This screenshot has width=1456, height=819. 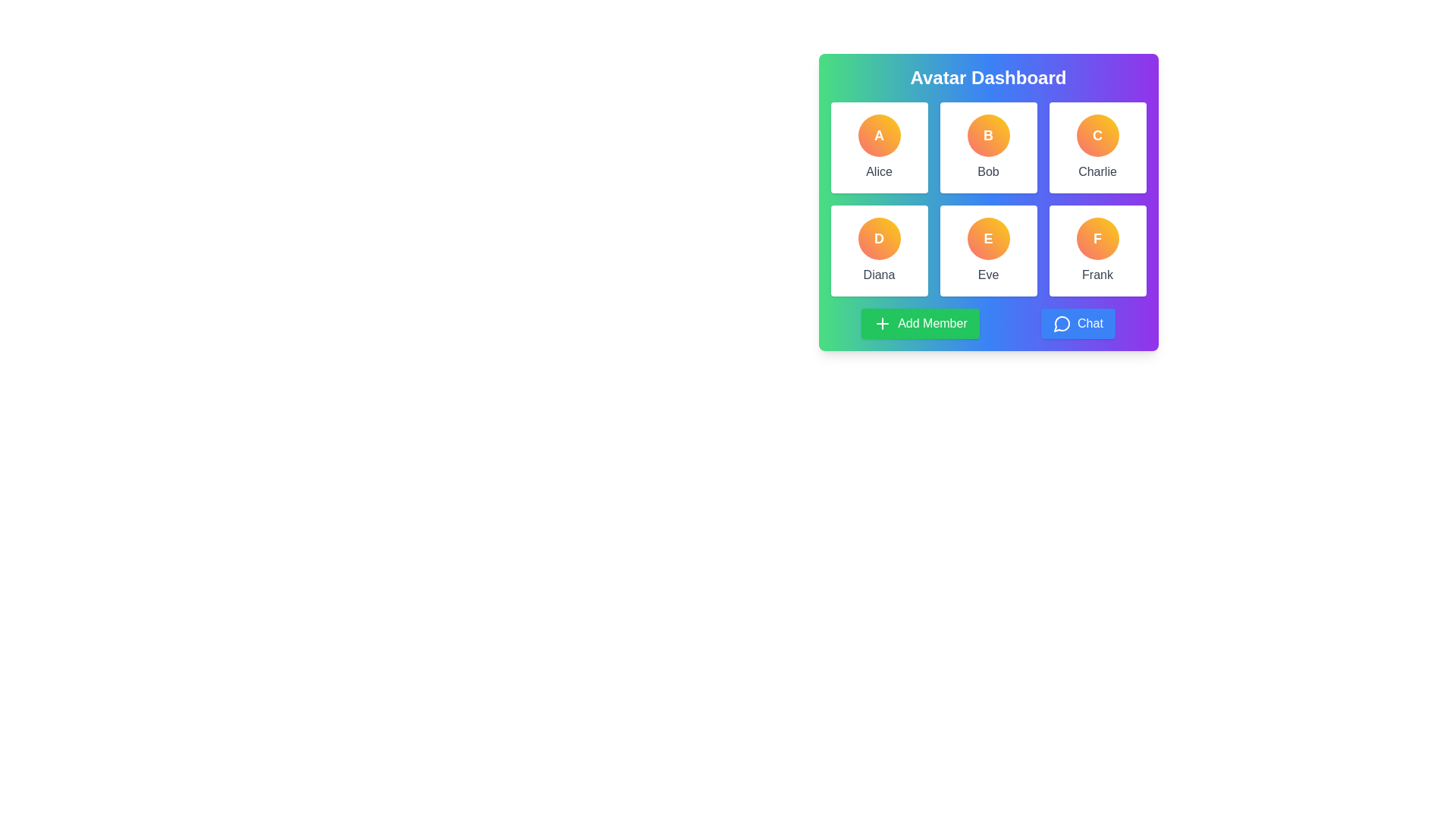 What do you see at coordinates (988, 171) in the screenshot?
I see `text label displaying the name 'Bob' located at the bottom of the card beneath the avatar marked with 'B', positioned in the top-center of a 3x2 grid within the dashboard` at bounding box center [988, 171].